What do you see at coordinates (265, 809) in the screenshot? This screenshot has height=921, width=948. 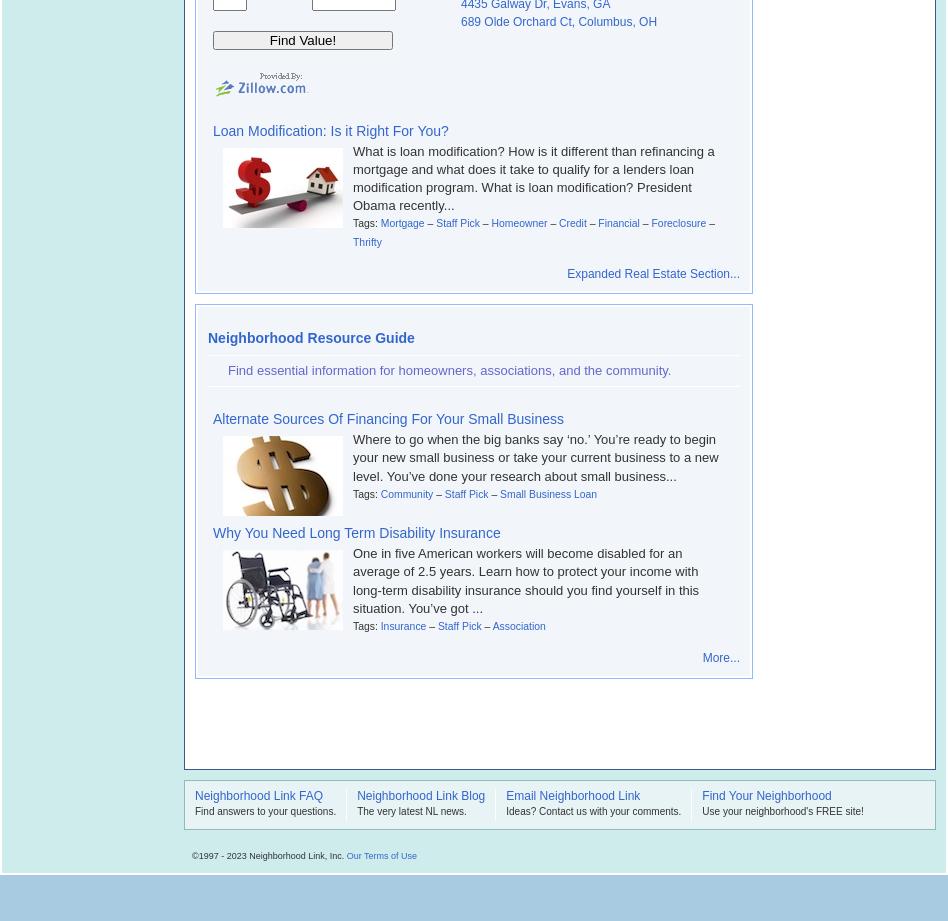 I see `'Find answers to your questions.'` at bounding box center [265, 809].